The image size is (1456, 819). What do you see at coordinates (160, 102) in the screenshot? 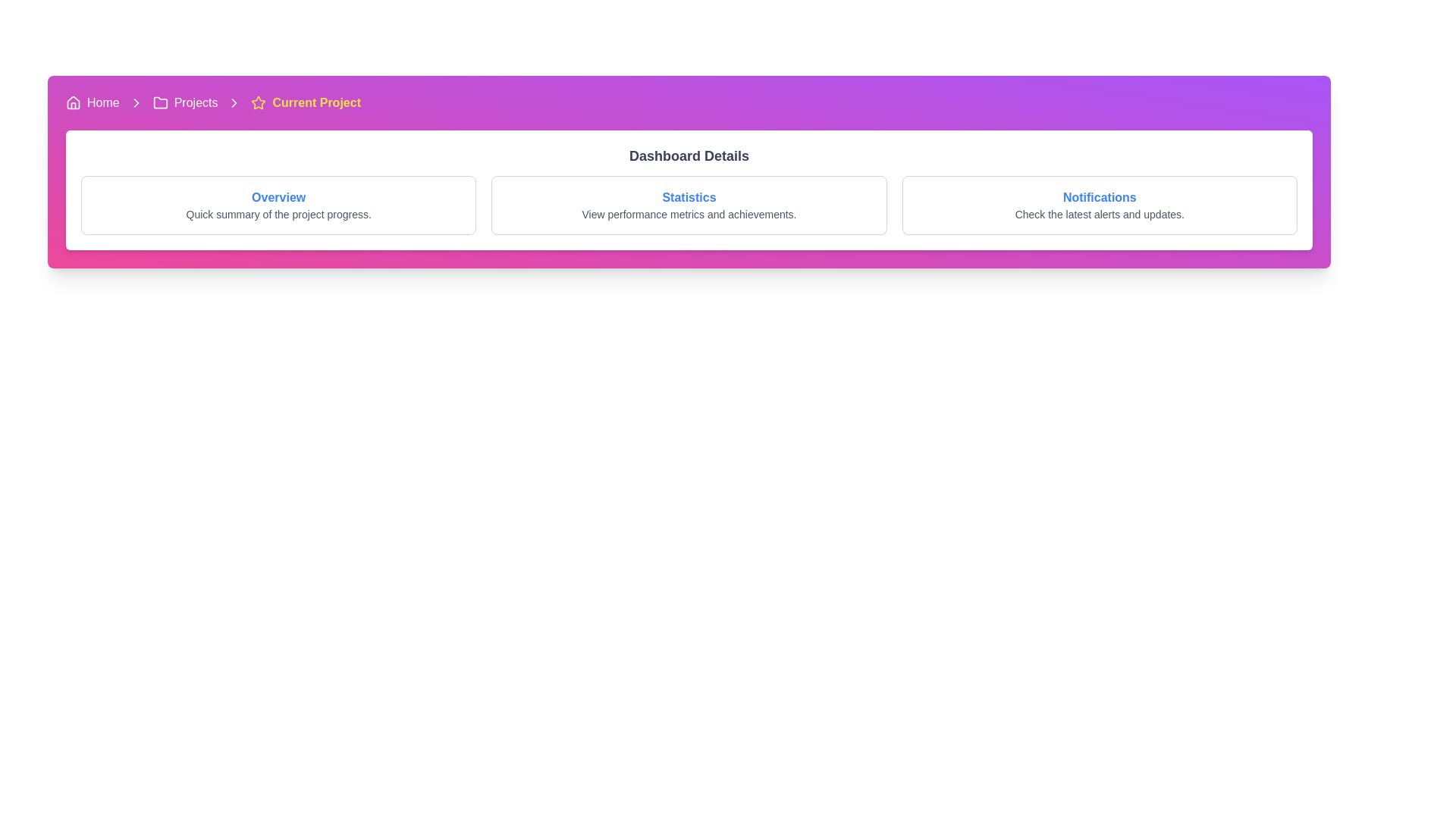
I see `the small folder icon with rounded edges, which is the first element in the breadcrumb navigation bar, located to the left of the 'Projects' label` at bounding box center [160, 102].